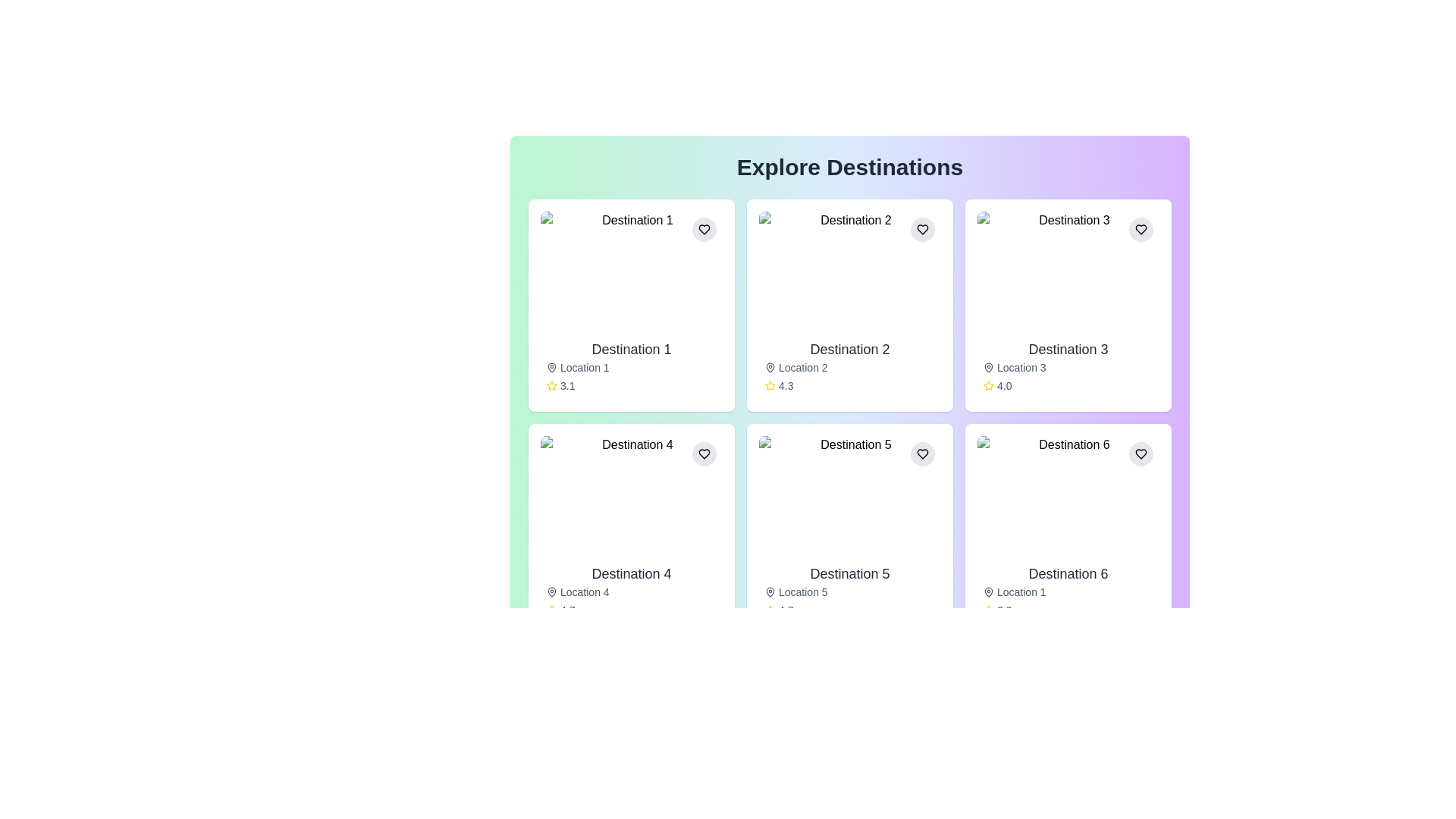 This screenshot has height=819, width=1456. Describe the element at coordinates (989, 385) in the screenshot. I see `the first star icon representing the rating score for 'Destination 3', which is located to the left of the text '4.0' in the rating section of the card` at that location.